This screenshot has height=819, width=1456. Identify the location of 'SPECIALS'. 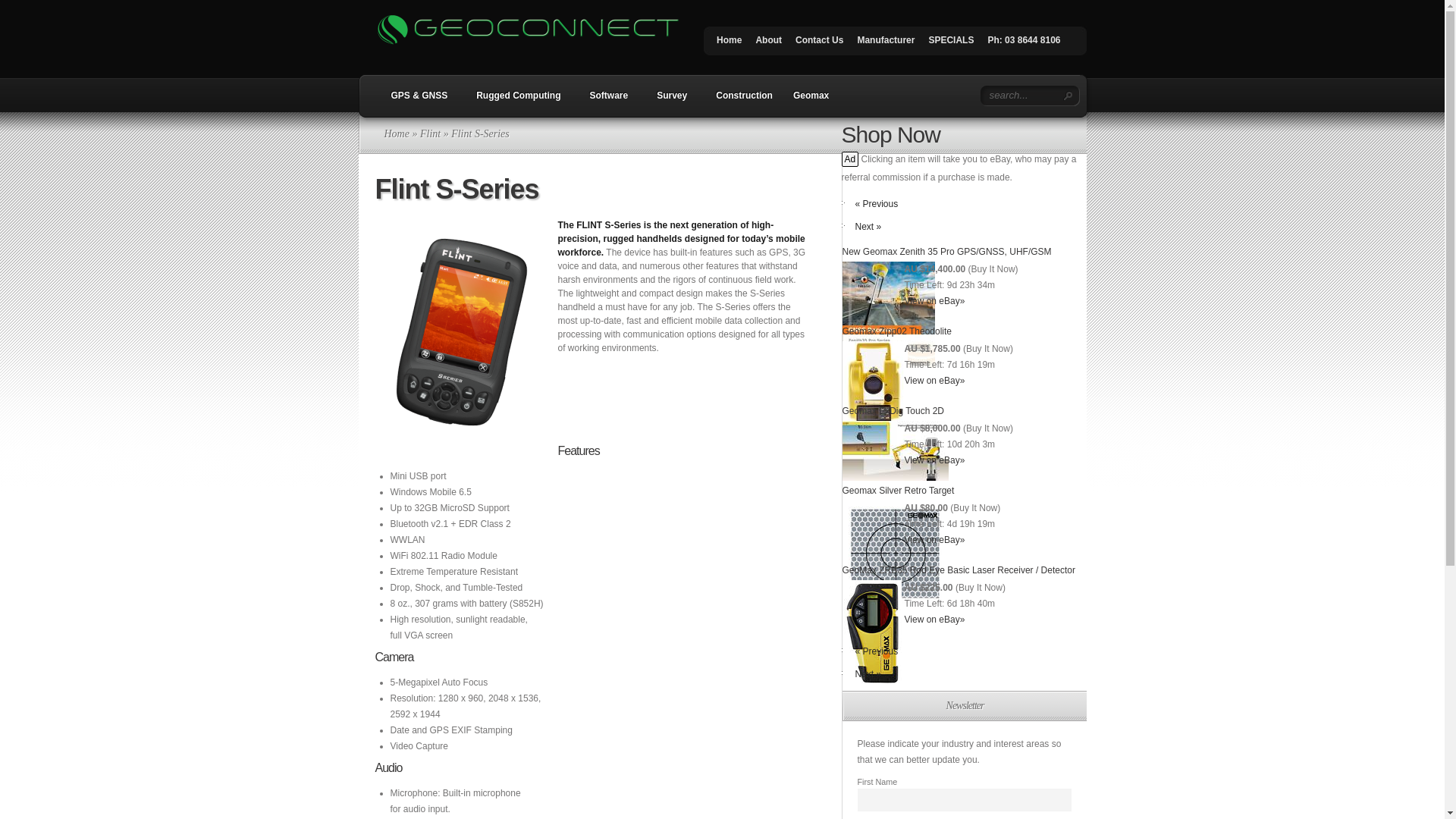
(949, 42).